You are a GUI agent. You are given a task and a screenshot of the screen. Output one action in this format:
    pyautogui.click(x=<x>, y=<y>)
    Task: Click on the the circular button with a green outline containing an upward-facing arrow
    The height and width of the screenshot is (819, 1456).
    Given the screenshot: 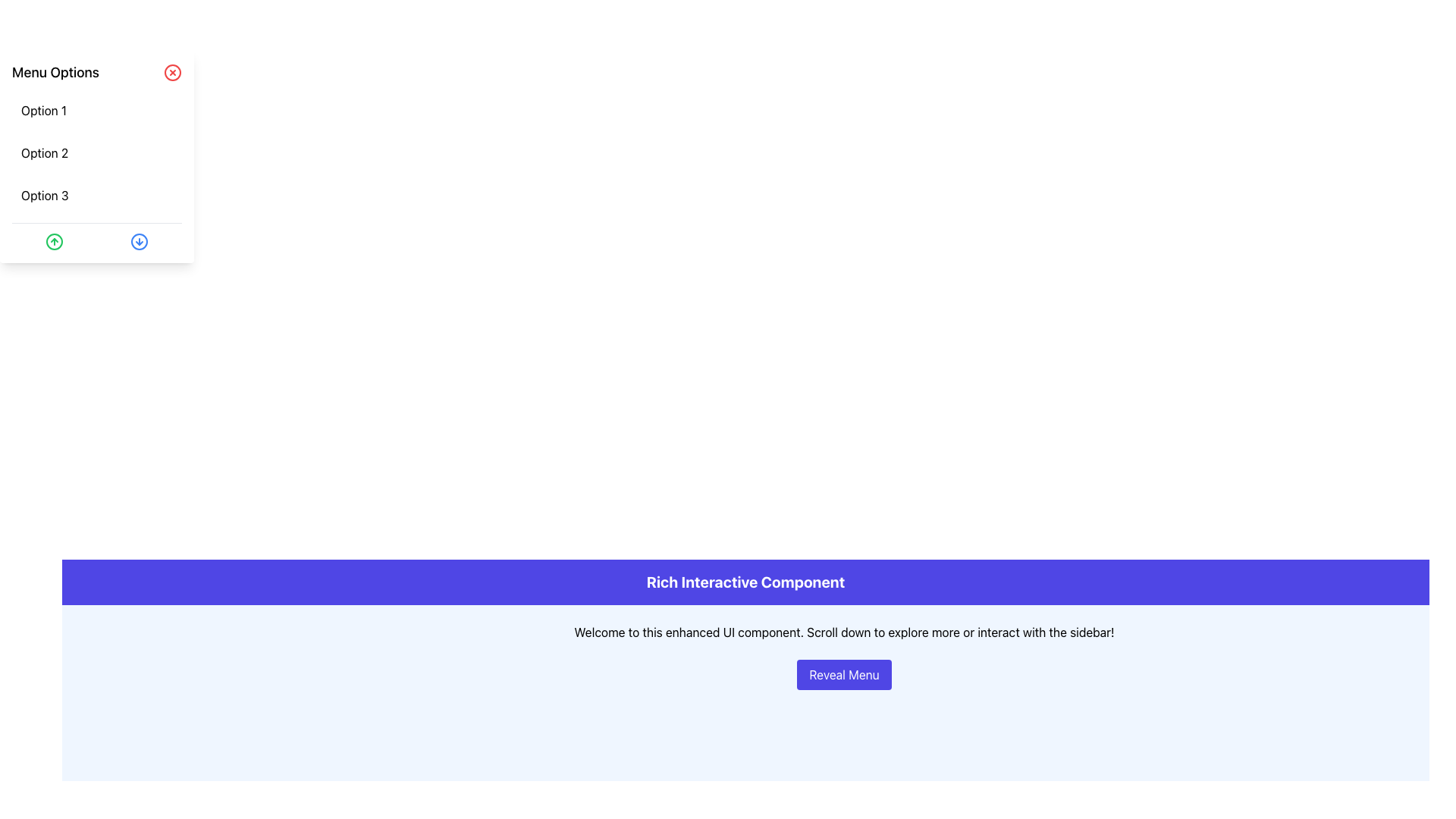 What is the action you would take?
    pyautogui.click(x=55, y=241)
    